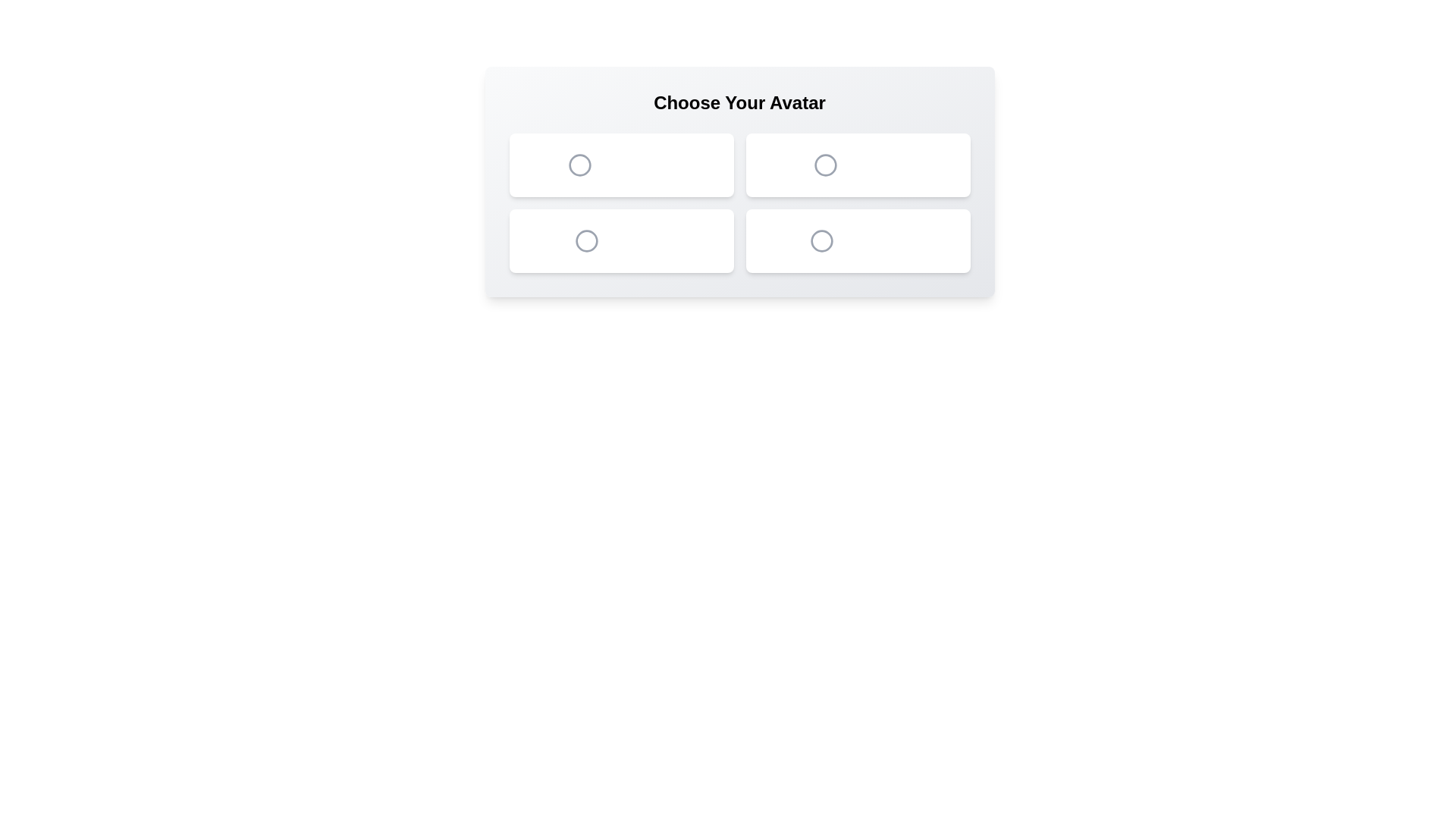 Image resolution: width=1456 pixels, height=819 pixels. I want to click on the 'Adventurer' avatar selection button located in the top-left corner of the avatar selection grid, so click(621, 165).